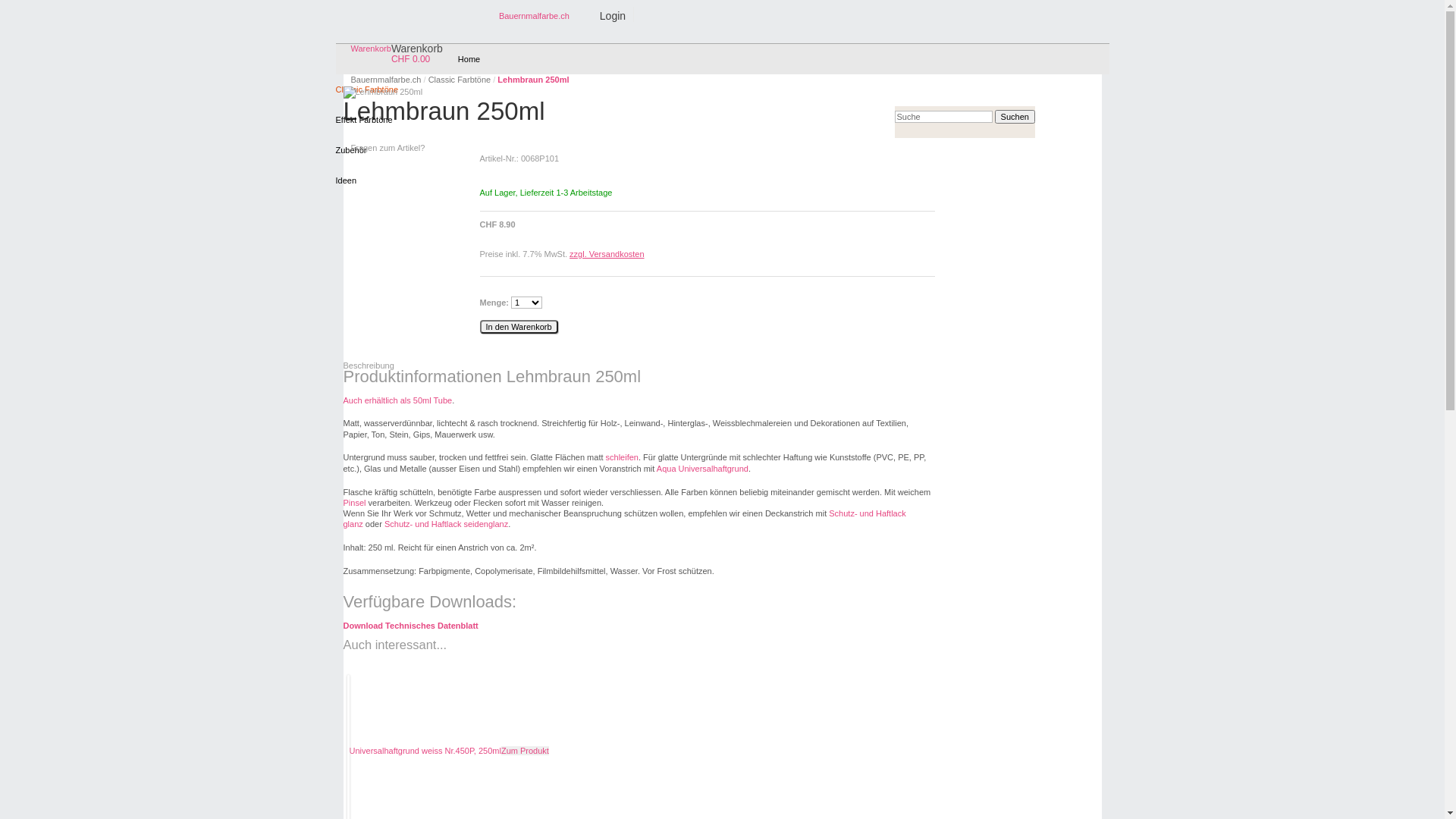  Describe the element at coordinates (384, 522) in the screenshot. I see `'Schutz- und Haftlack seidenglanz'` at that location.